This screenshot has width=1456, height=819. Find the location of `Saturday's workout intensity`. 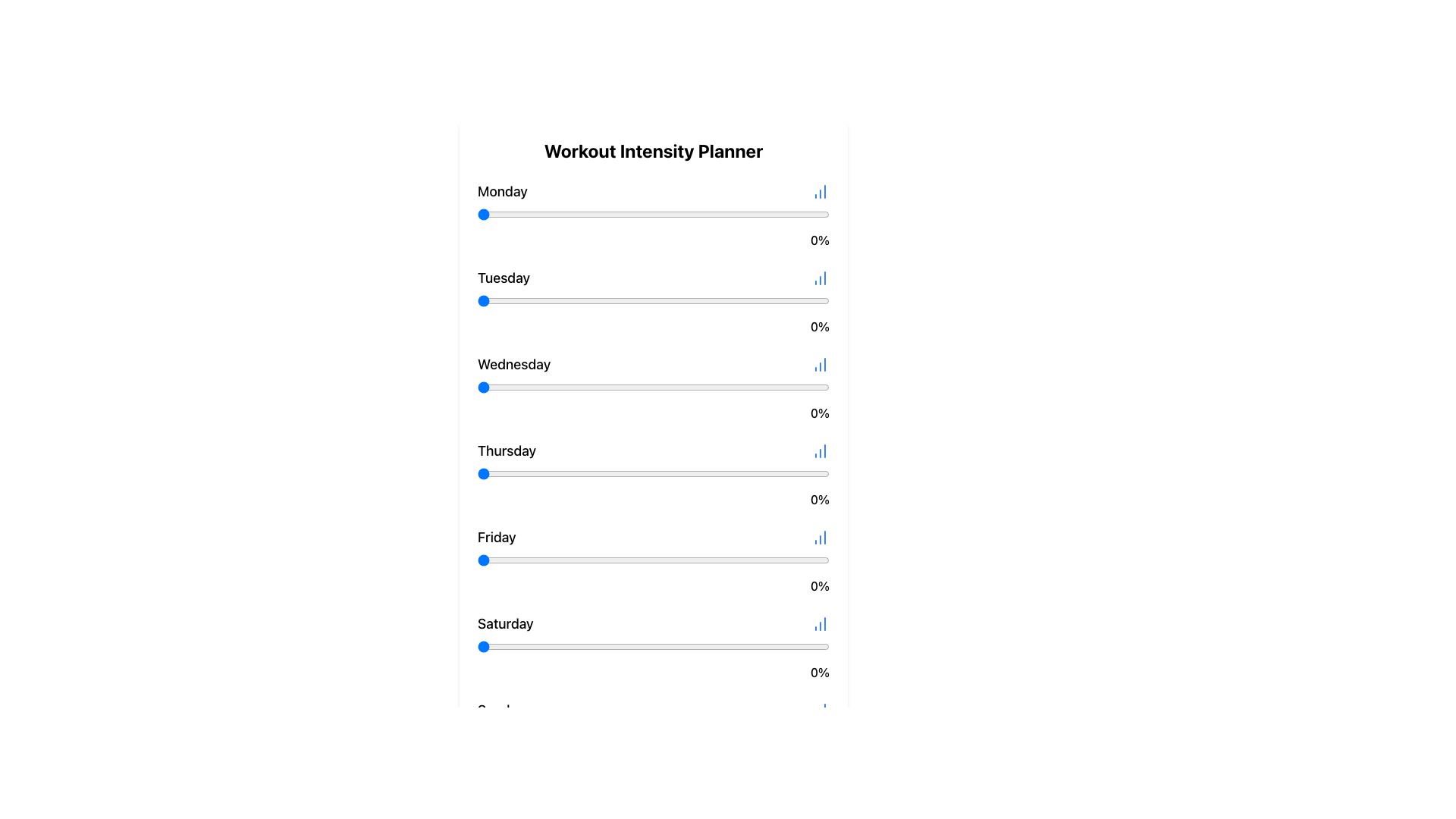

Saturday's workout intensity is located at coordinates (705, 646).